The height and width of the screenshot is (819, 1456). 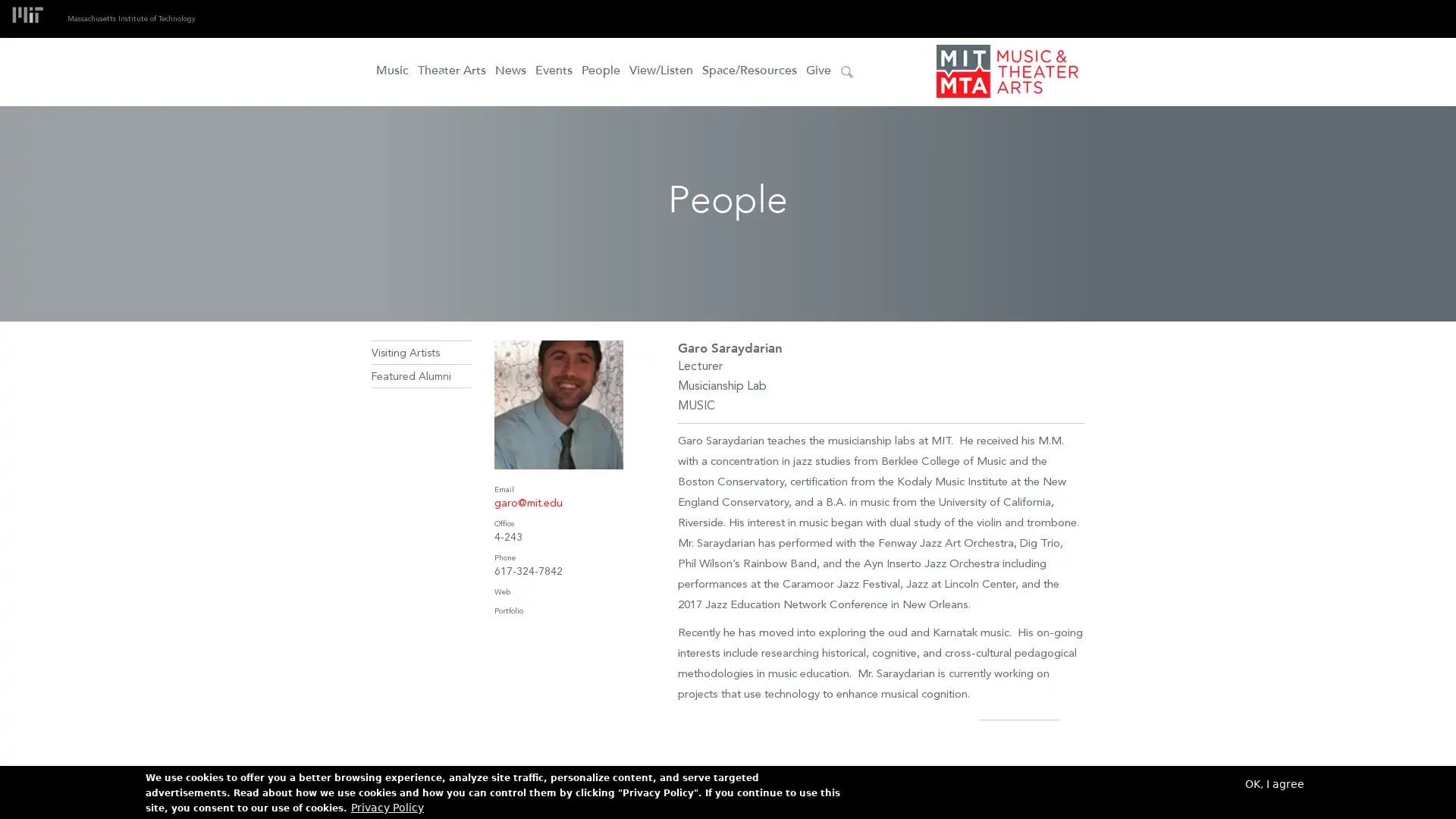 What do you see at coordinates (387, 806) in the screenshot?
I see `Privacy Policy` at bounding box center [387, 806].